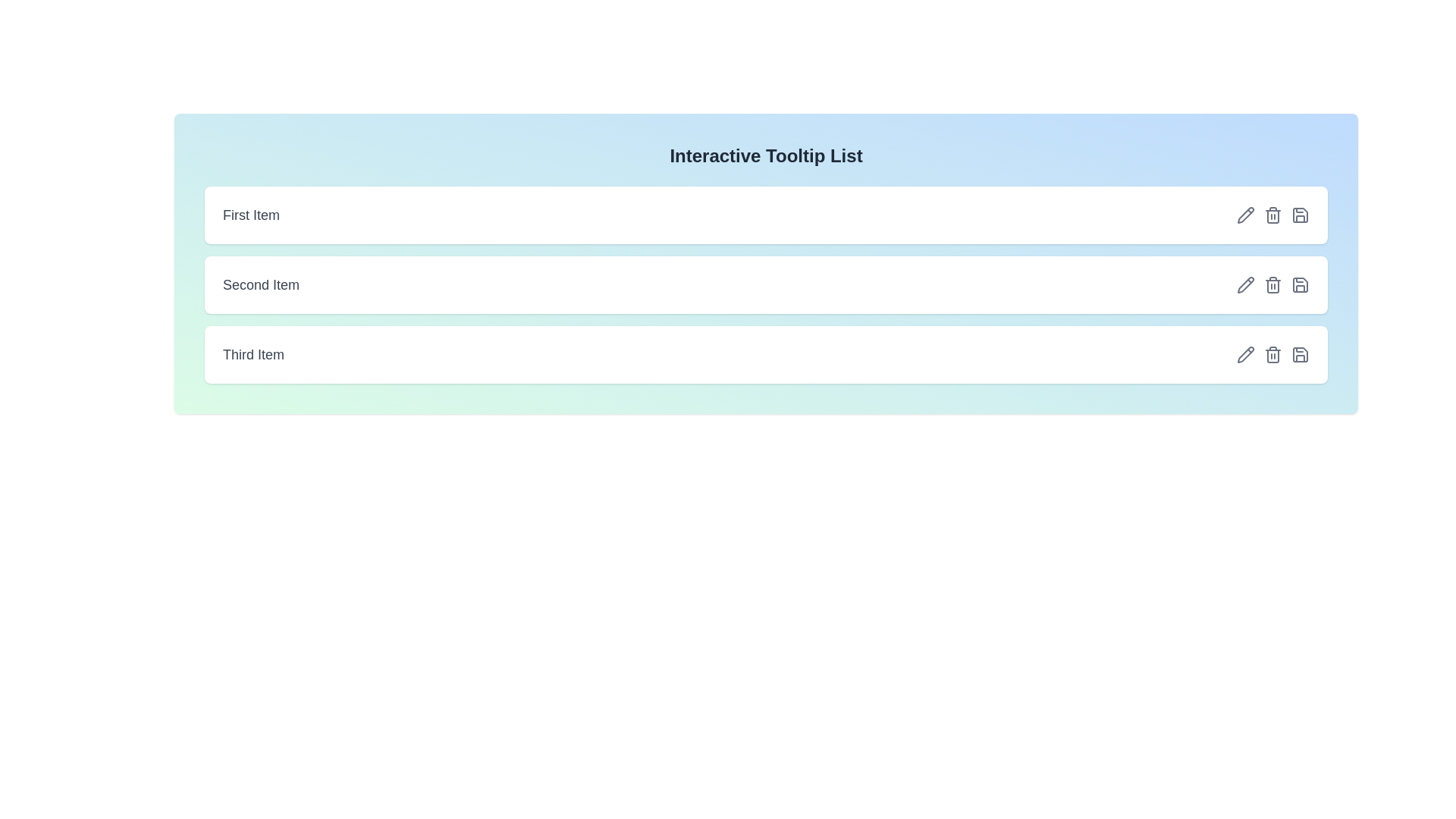 The image size is (1456, 819). Describe the element at coordinates (1299, 215) in the screenshot. I see `the save icon button, which is a floppy disk shape located at the rightmost position in the Interactive Tooltip List` at that location.